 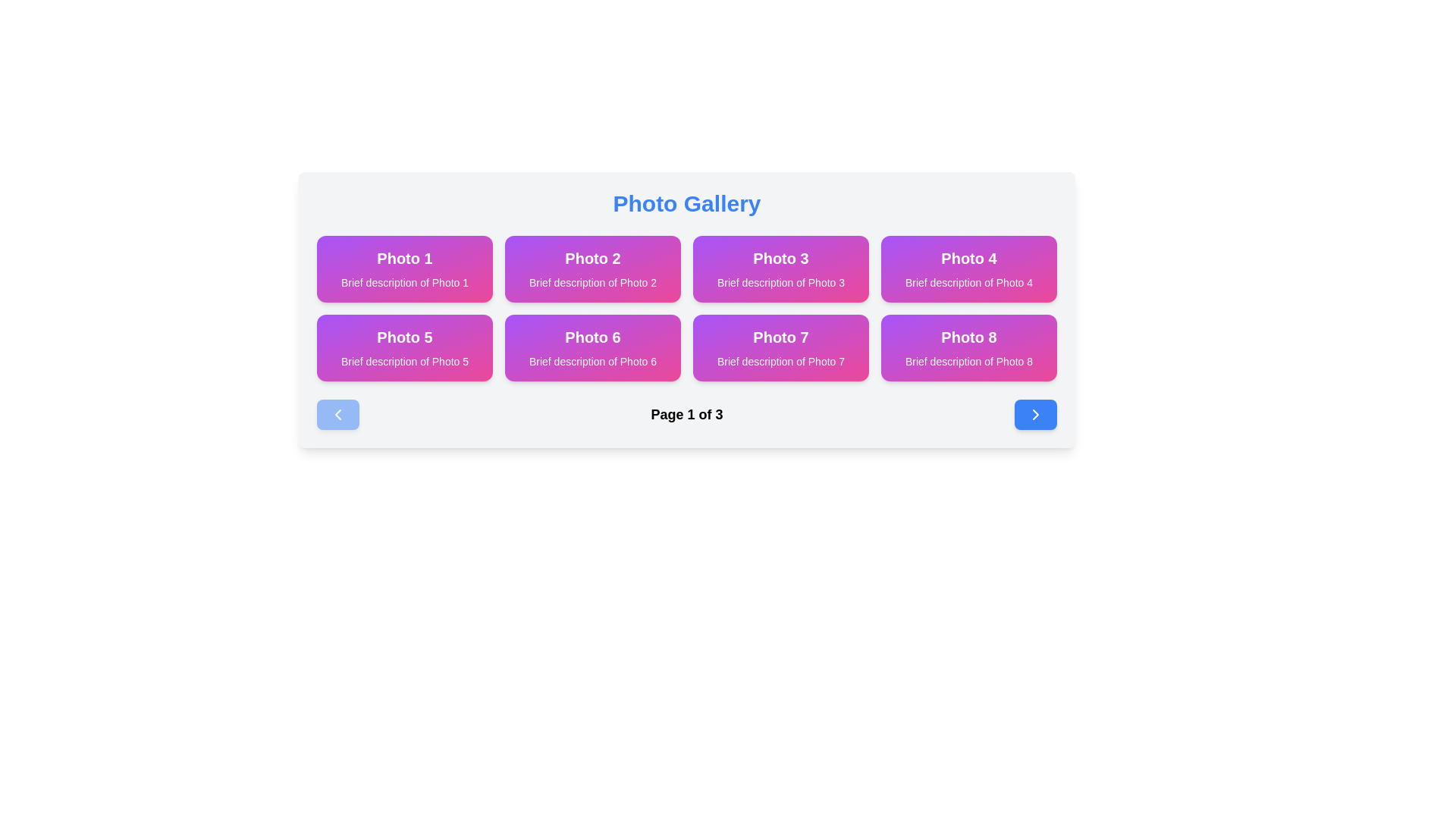 I want to click on the text label that provides a brief description of Photo 1, located directly below the title 'Photo 1' in the top-left corner of the grid layout, so click(x=404, y=283).